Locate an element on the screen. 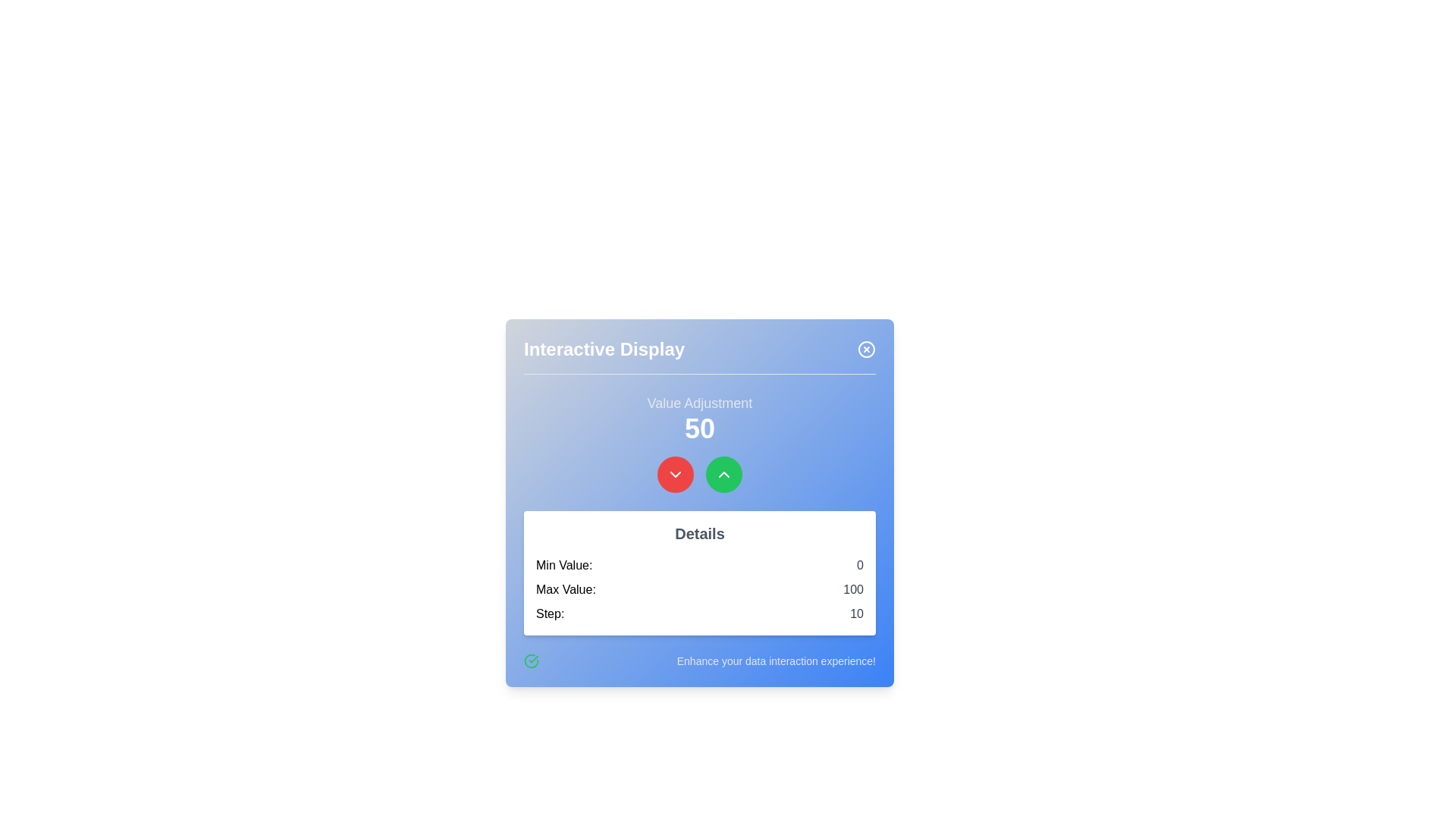 The image size is (1456, 819). the bold text element reading 'Details', which is styled in a larger gray font and located in a white box above the information about minimum, maximum, and step values is located at coordinates (698, 533).